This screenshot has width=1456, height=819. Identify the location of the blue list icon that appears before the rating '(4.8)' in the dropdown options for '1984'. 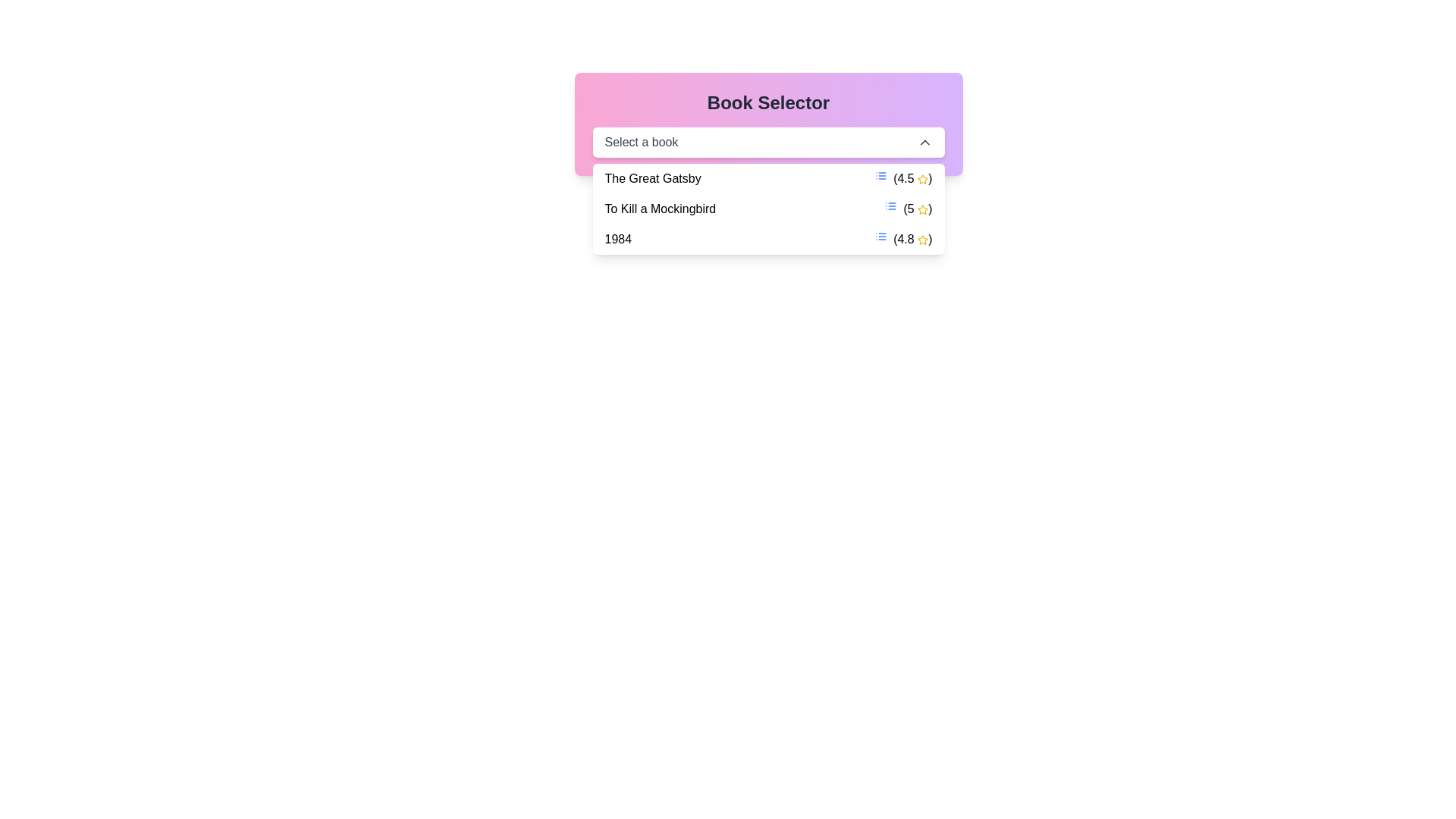
(881, 237).